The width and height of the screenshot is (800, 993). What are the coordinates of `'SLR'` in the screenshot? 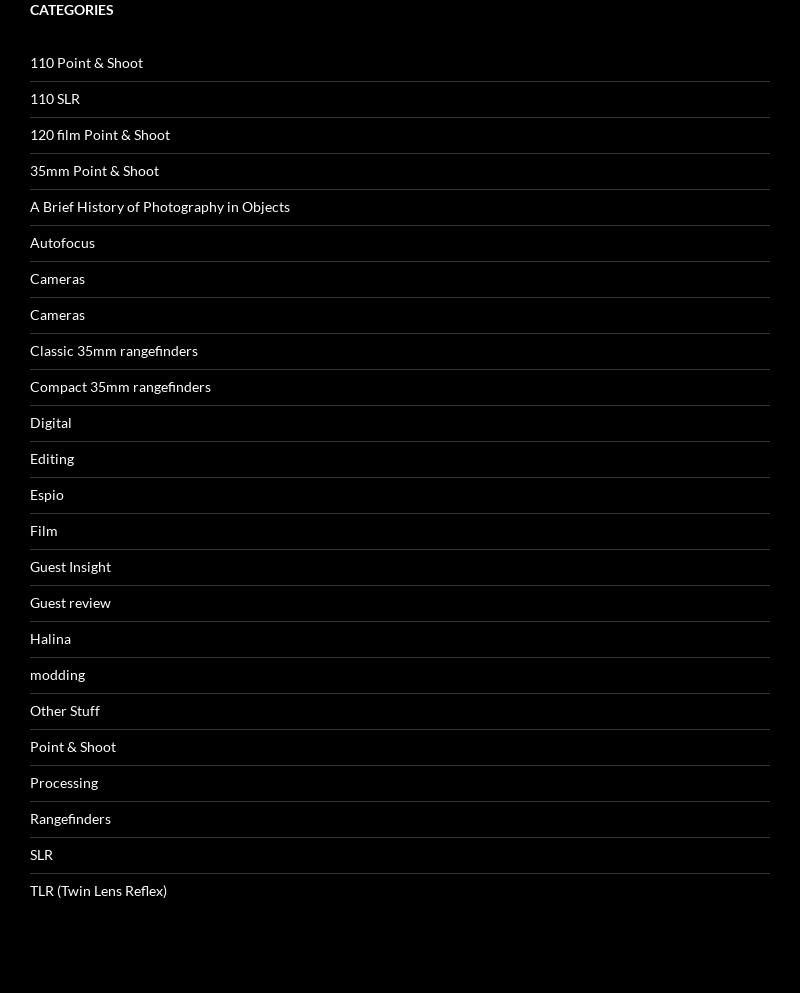 It's located at (40, 572).